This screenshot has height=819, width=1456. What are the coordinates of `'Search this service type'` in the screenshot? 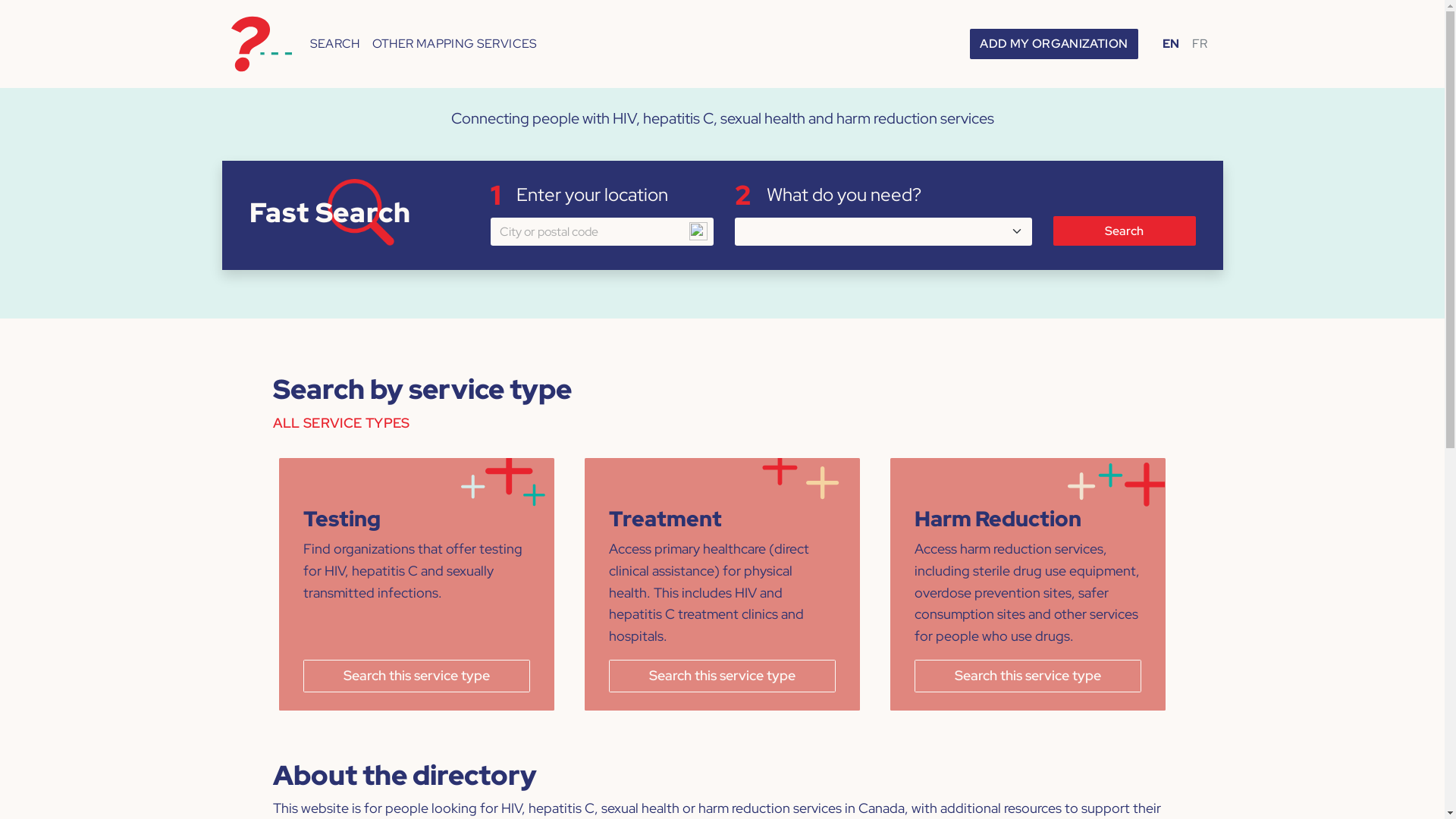 It's located at (416, 675).